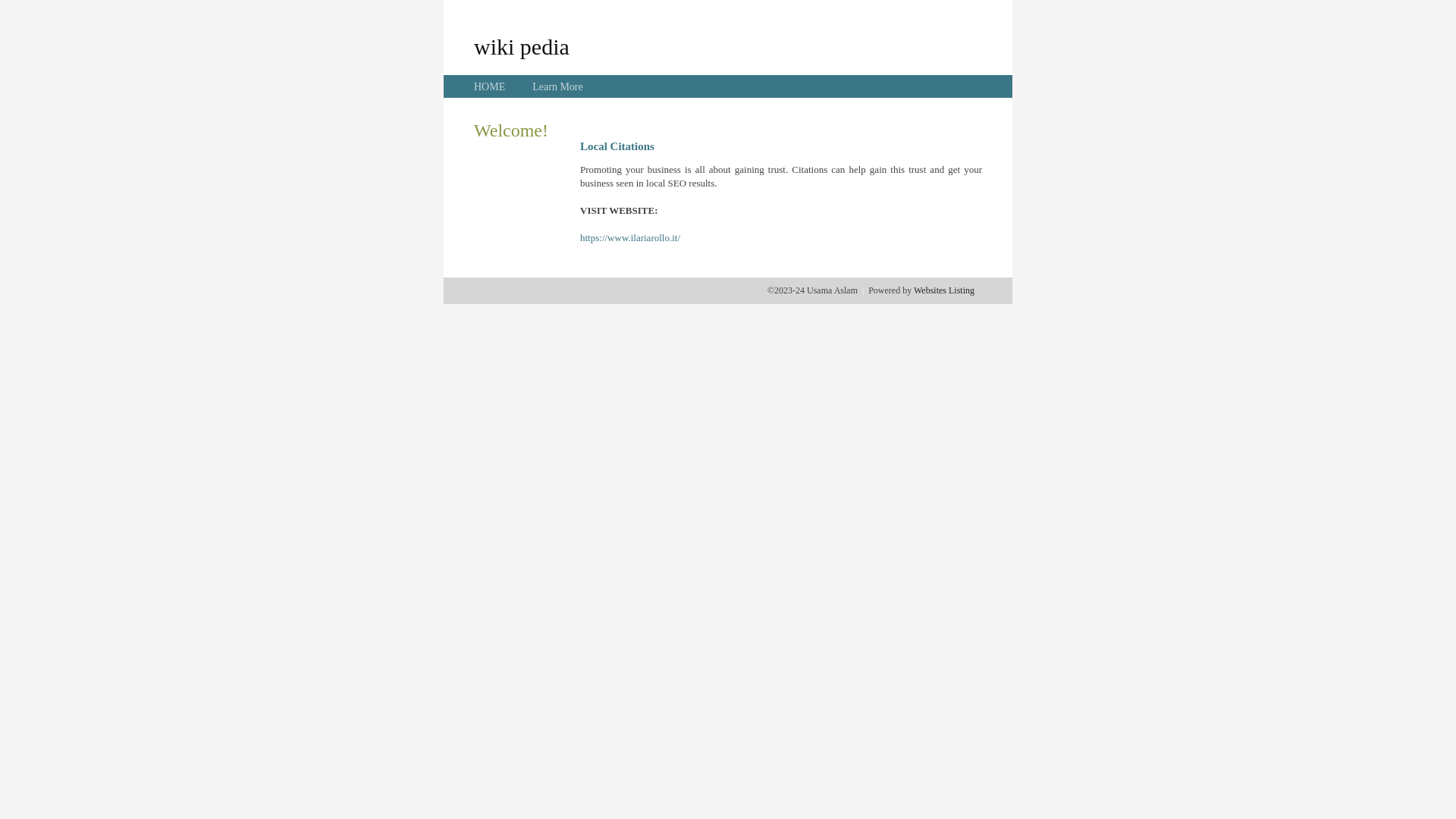 The height and width of the screenshot is (819, 1456). Describe the element at coordinates (489, 86) in the screenshot. I see `'HOME'` at that location.